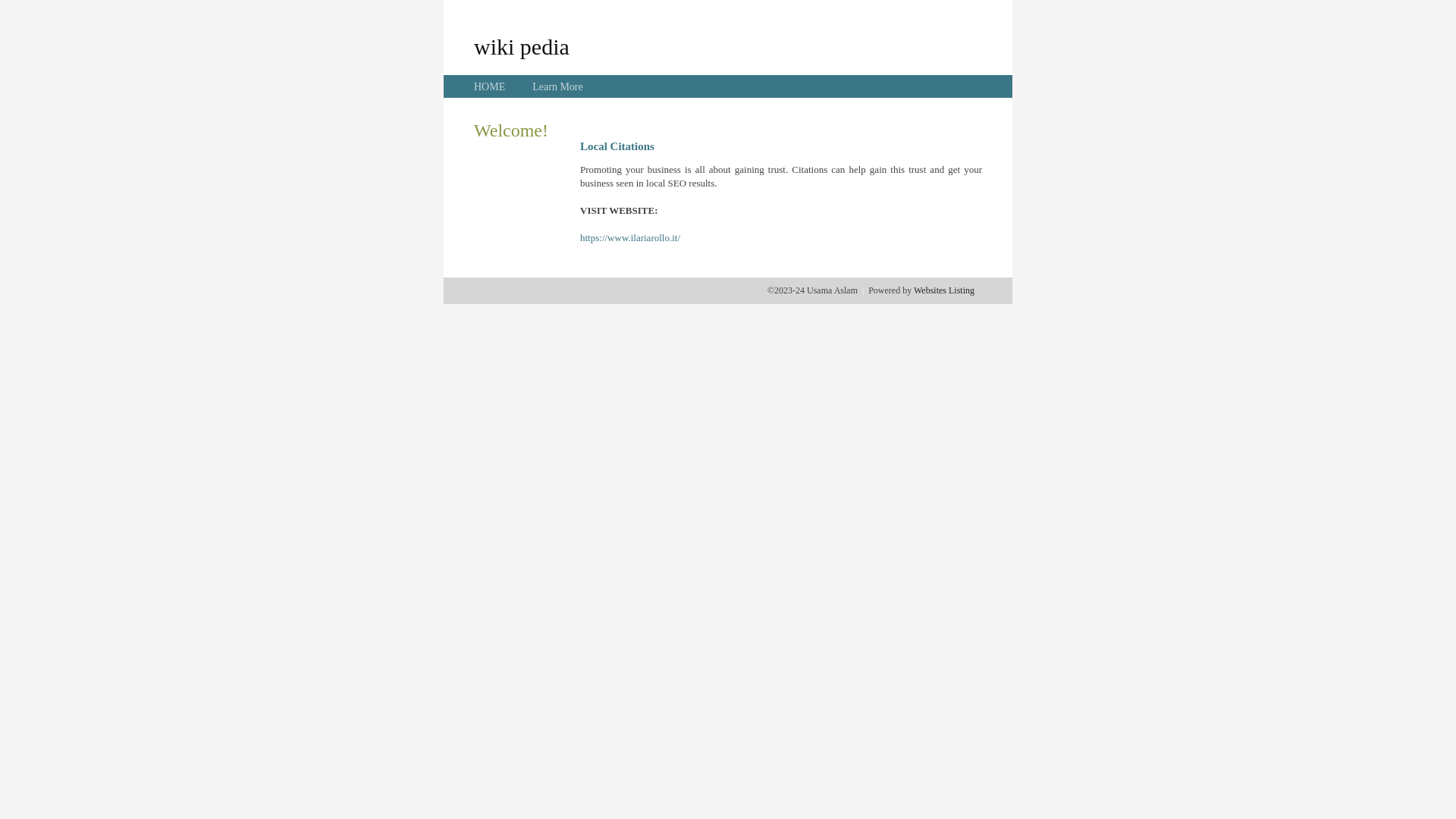 The height and width of the screenshot is (819, 1456). Describe the element at coordinates (489, 86) in the screenshot. I see `'HOME'` at that location.